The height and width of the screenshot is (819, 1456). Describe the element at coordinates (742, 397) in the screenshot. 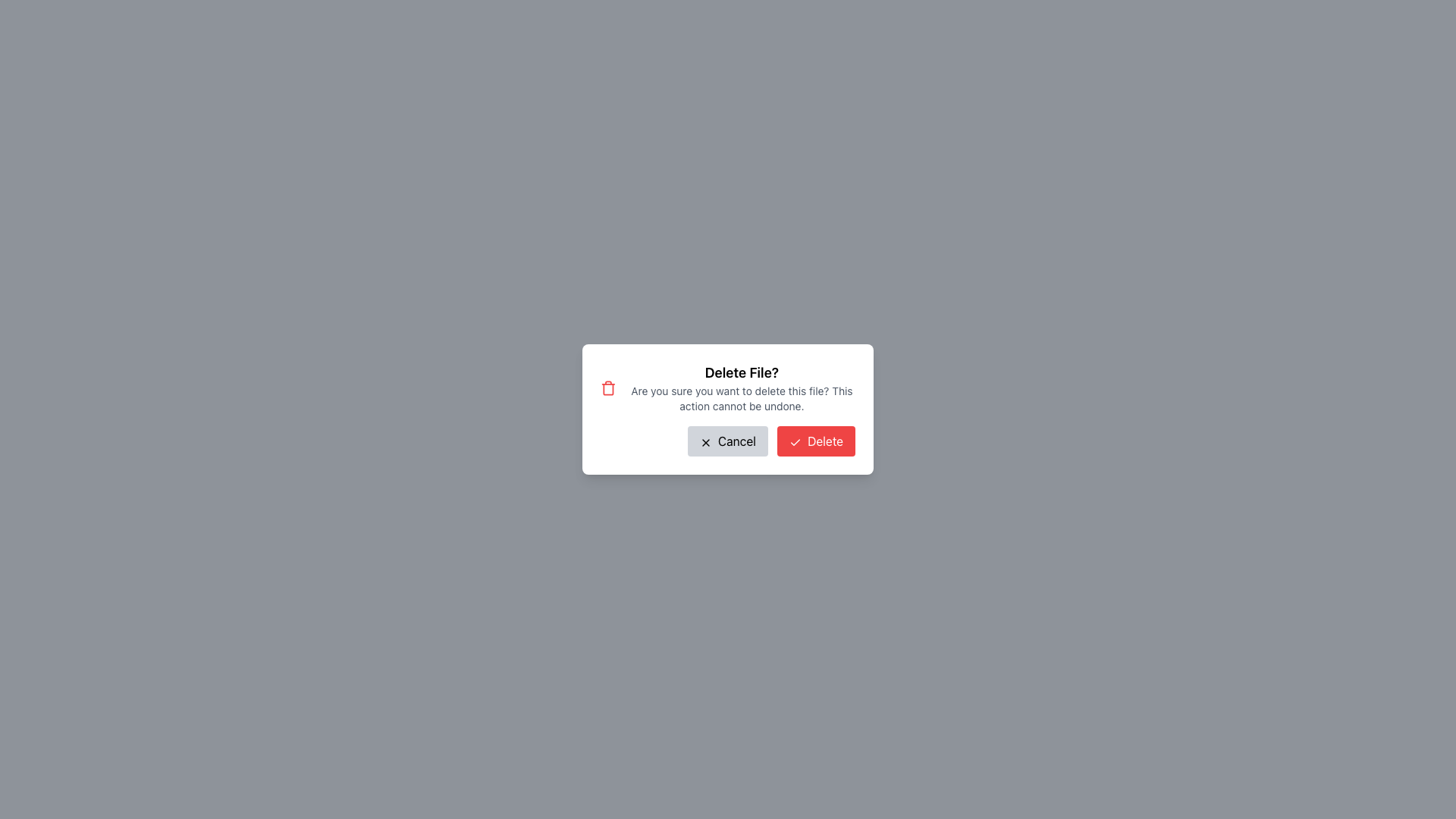

I see `the static text displaying the message 'Are you sure you want to delete this file? This action cannot be undone.' within the deletion confirmation dialog box` at that location.